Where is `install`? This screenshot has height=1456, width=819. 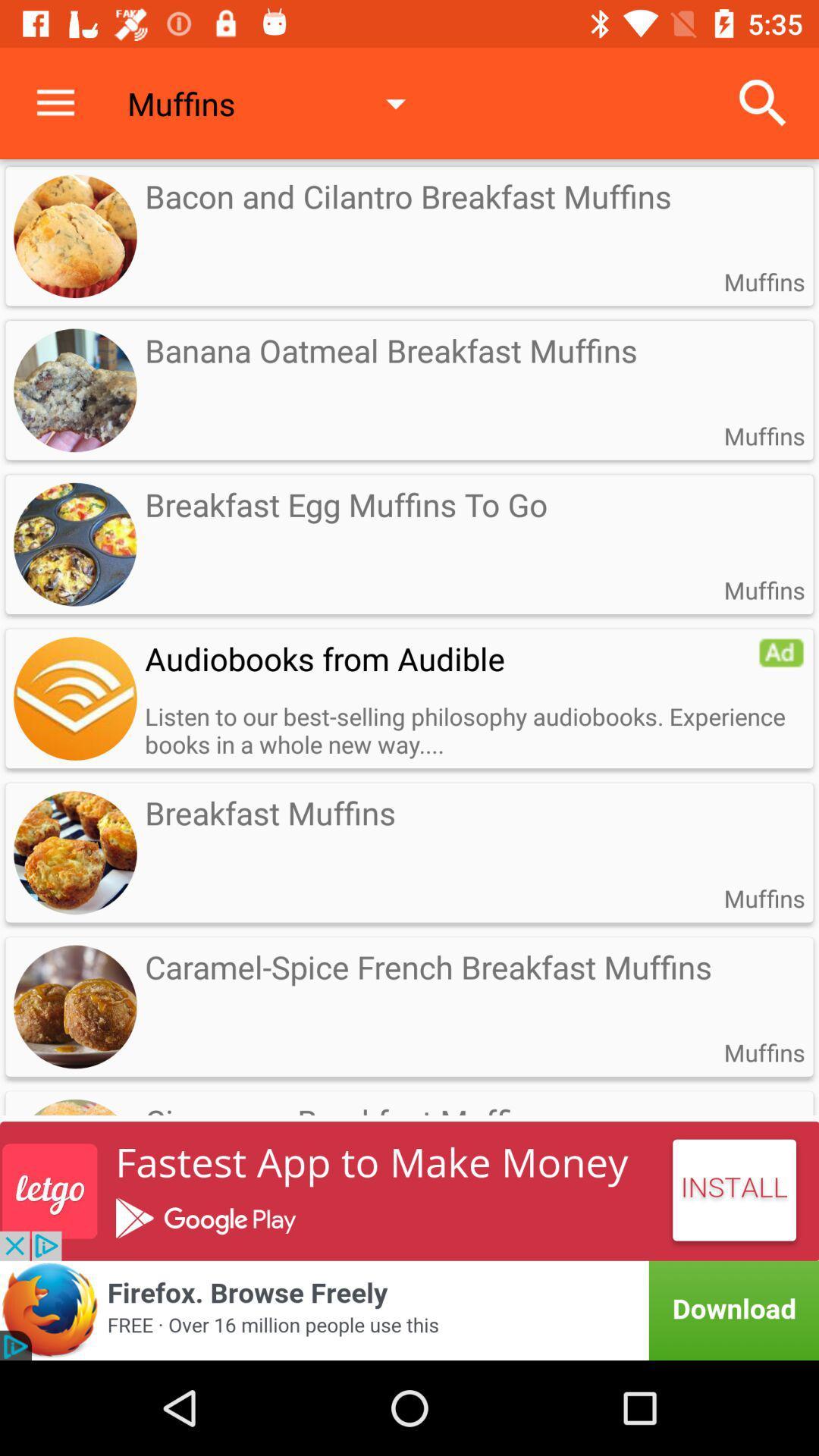 install is located at coordinates (409, 1190).